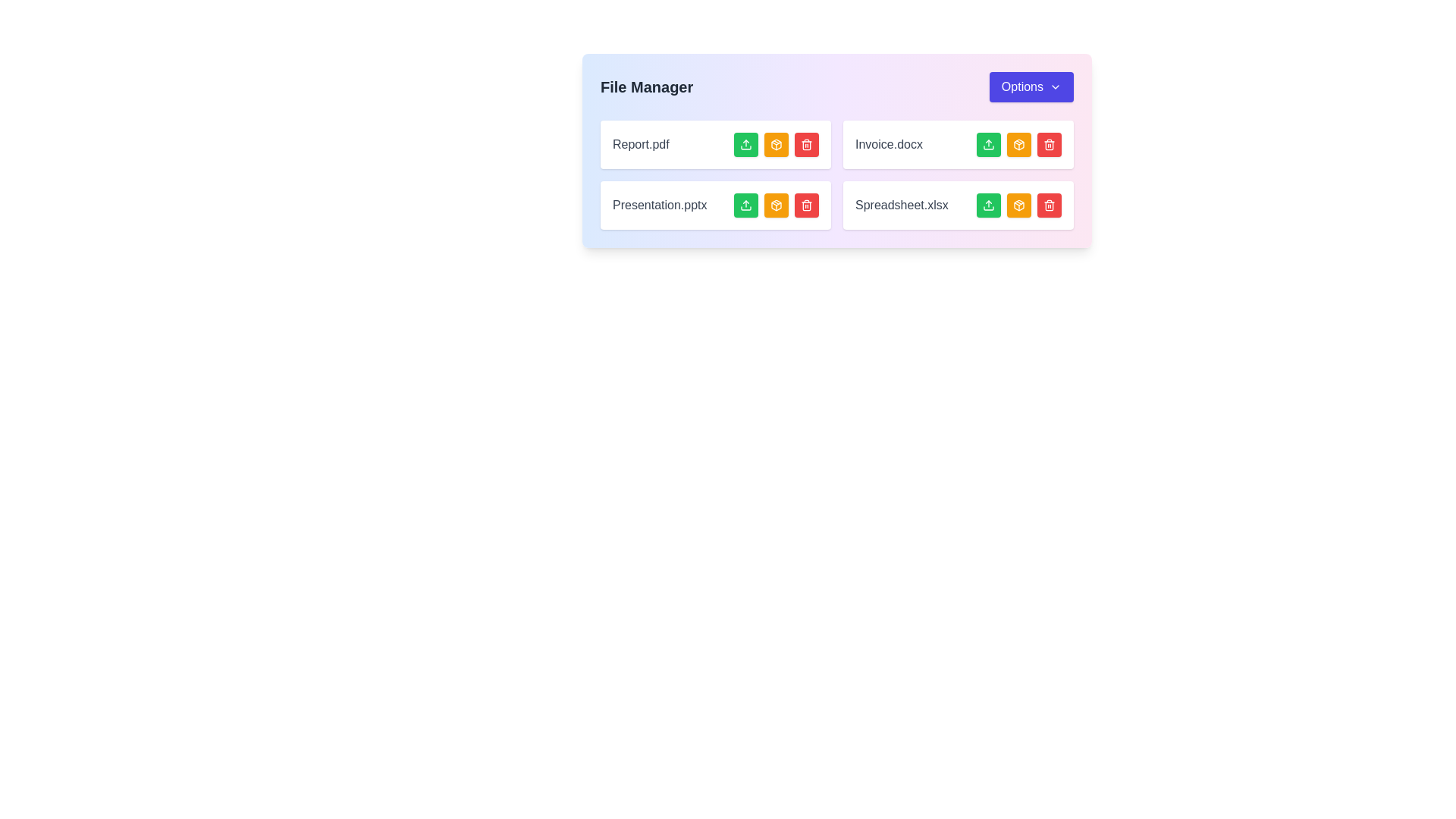 The image size is (1456, 819). Describe the element at coordinates (1031, 87) in the screenshot. I see `the button` at that location.